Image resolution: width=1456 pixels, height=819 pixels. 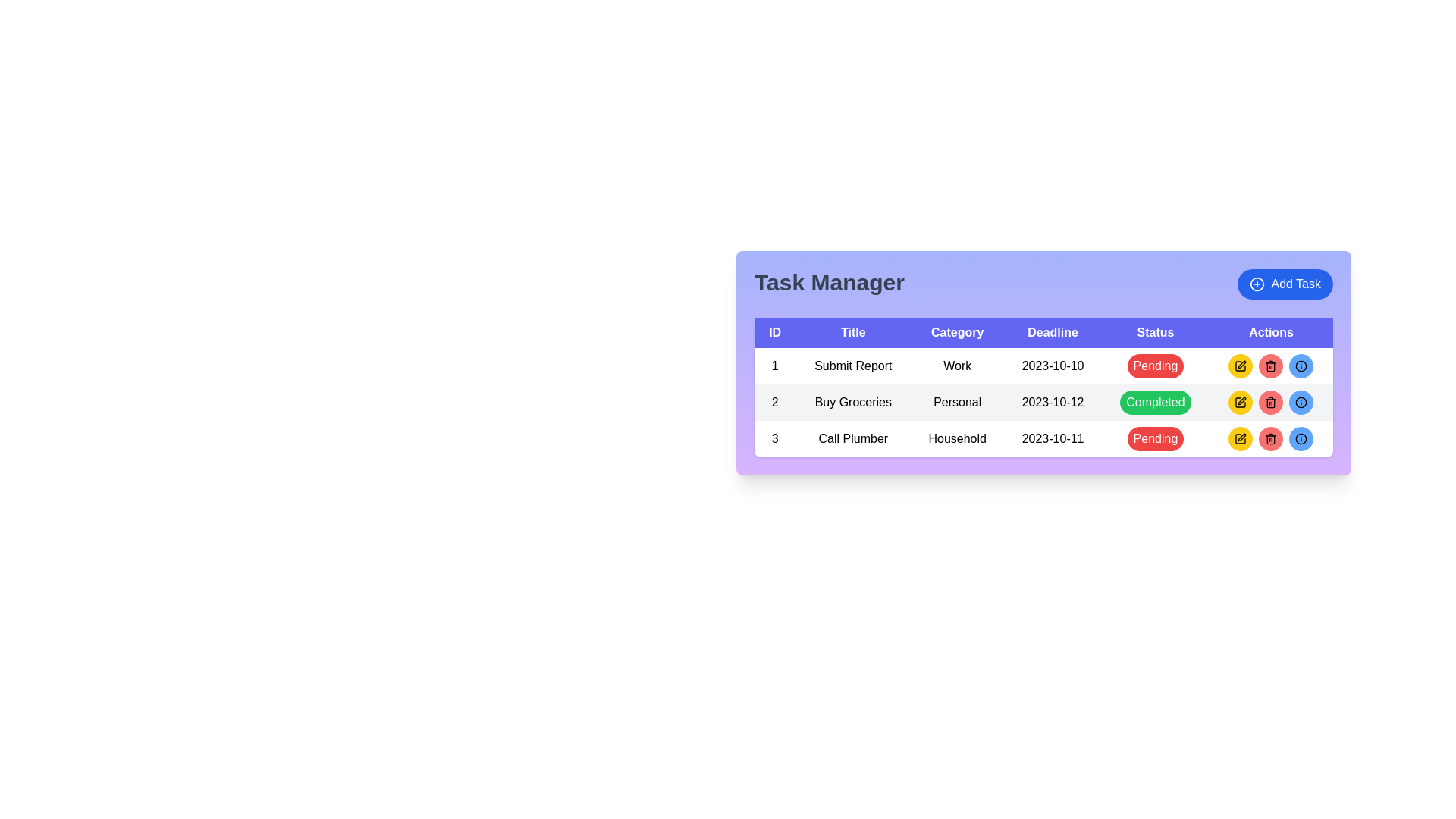 I want to click on the fourth button in the 'Actions' column of the first row in the task table, so click(x=1301, y=366).